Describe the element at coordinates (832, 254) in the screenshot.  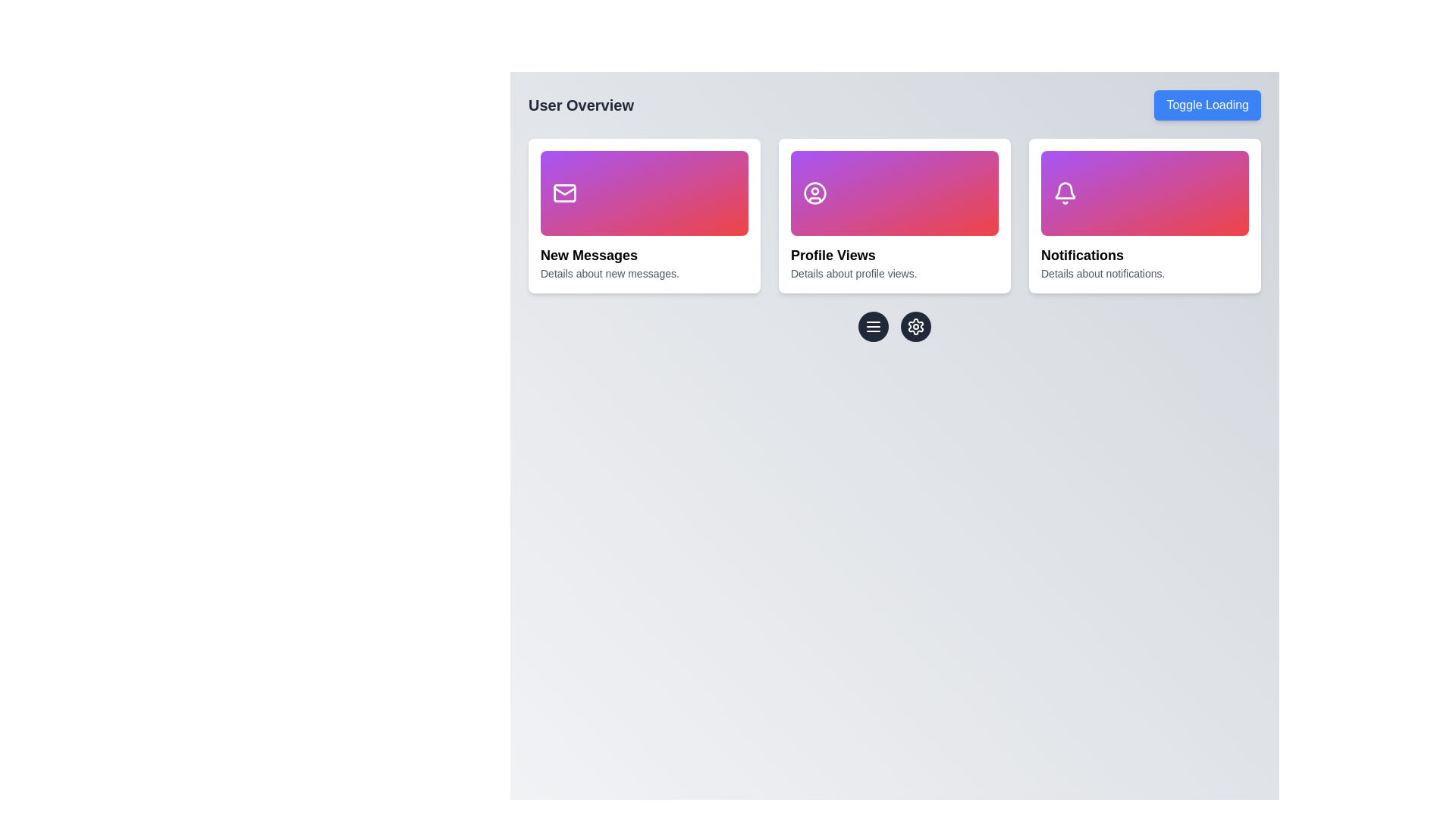
I see `the 'Profile Views' heading, which is a bold label in a card layout, centrally aligned in the second card of a three-card row layout` at that location.